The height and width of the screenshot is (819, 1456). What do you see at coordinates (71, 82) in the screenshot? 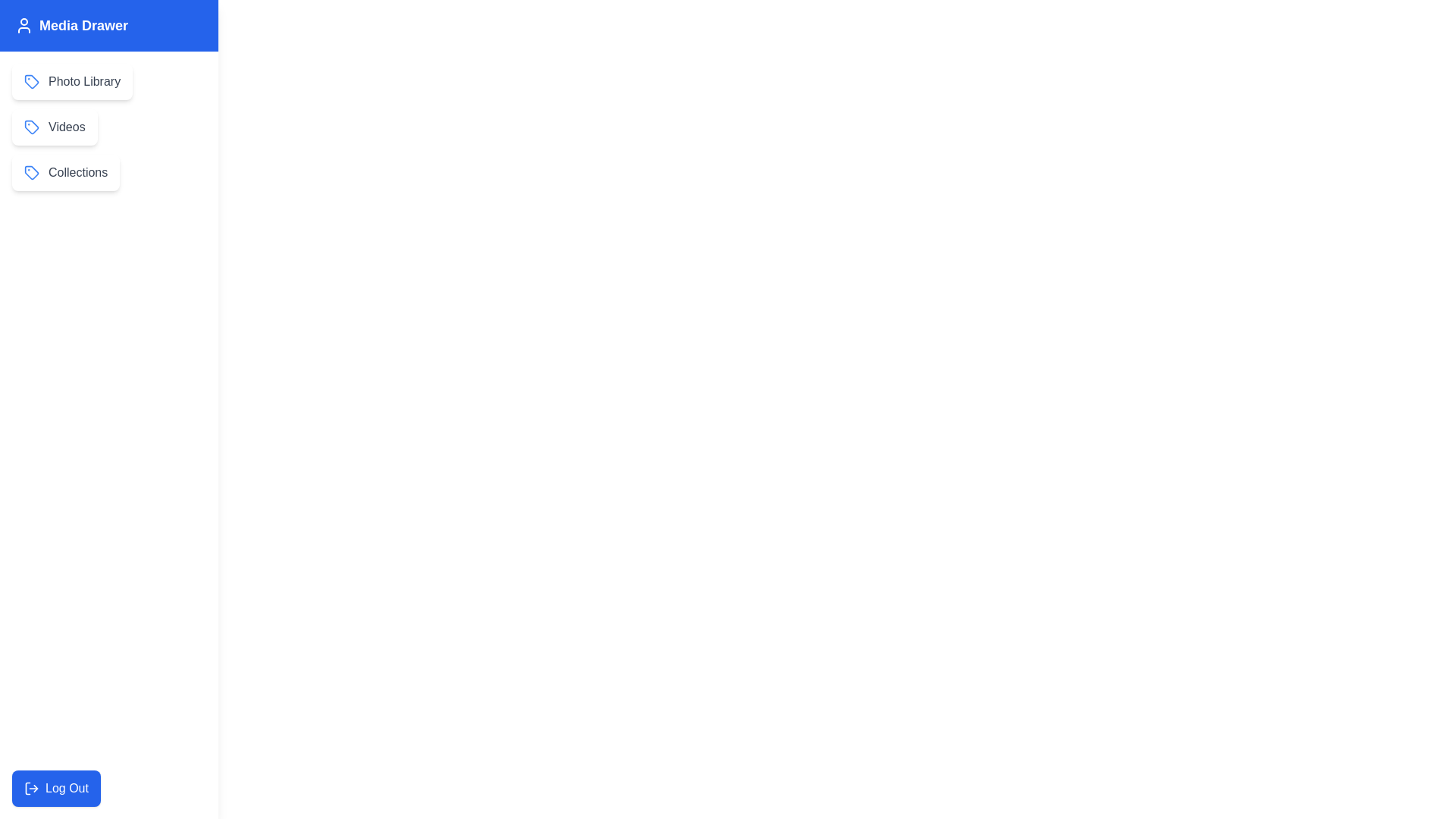
I see `the Photo Library in the MediaSidebarDrawer` at bounding box center [71, 82].